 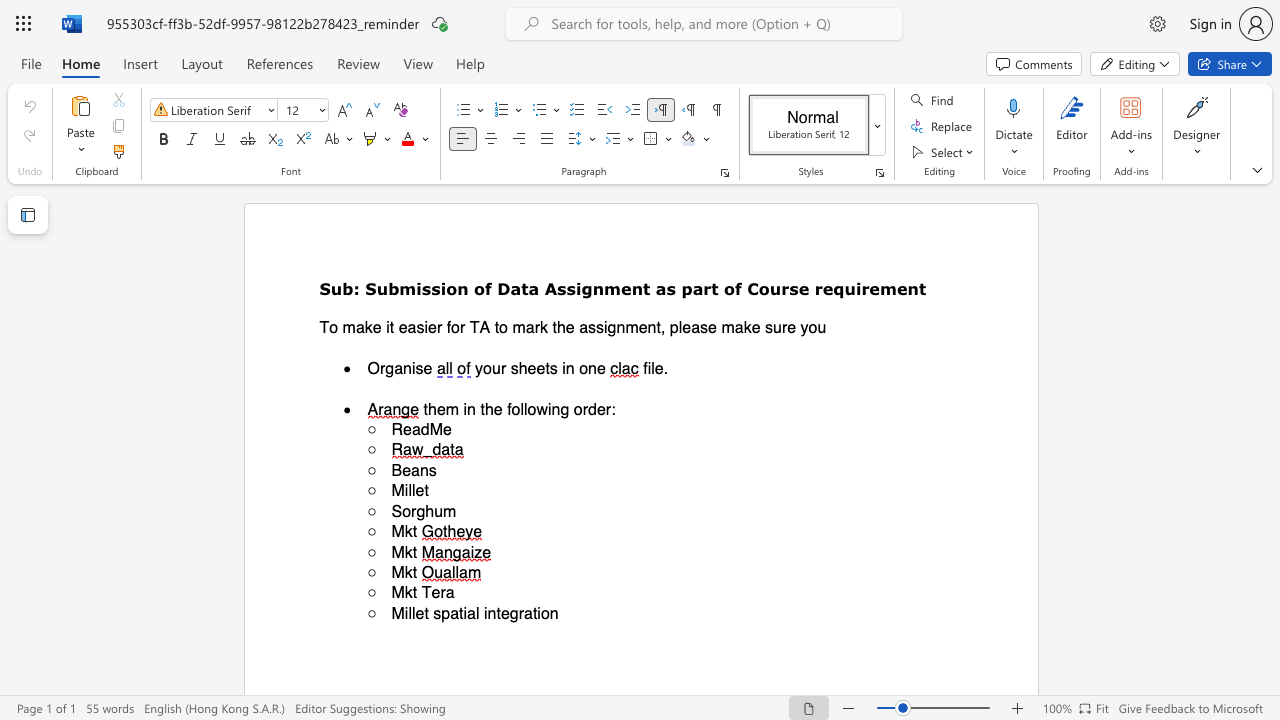 I want to click on the 2th character "i" in the text, so click(x=464, y=612).